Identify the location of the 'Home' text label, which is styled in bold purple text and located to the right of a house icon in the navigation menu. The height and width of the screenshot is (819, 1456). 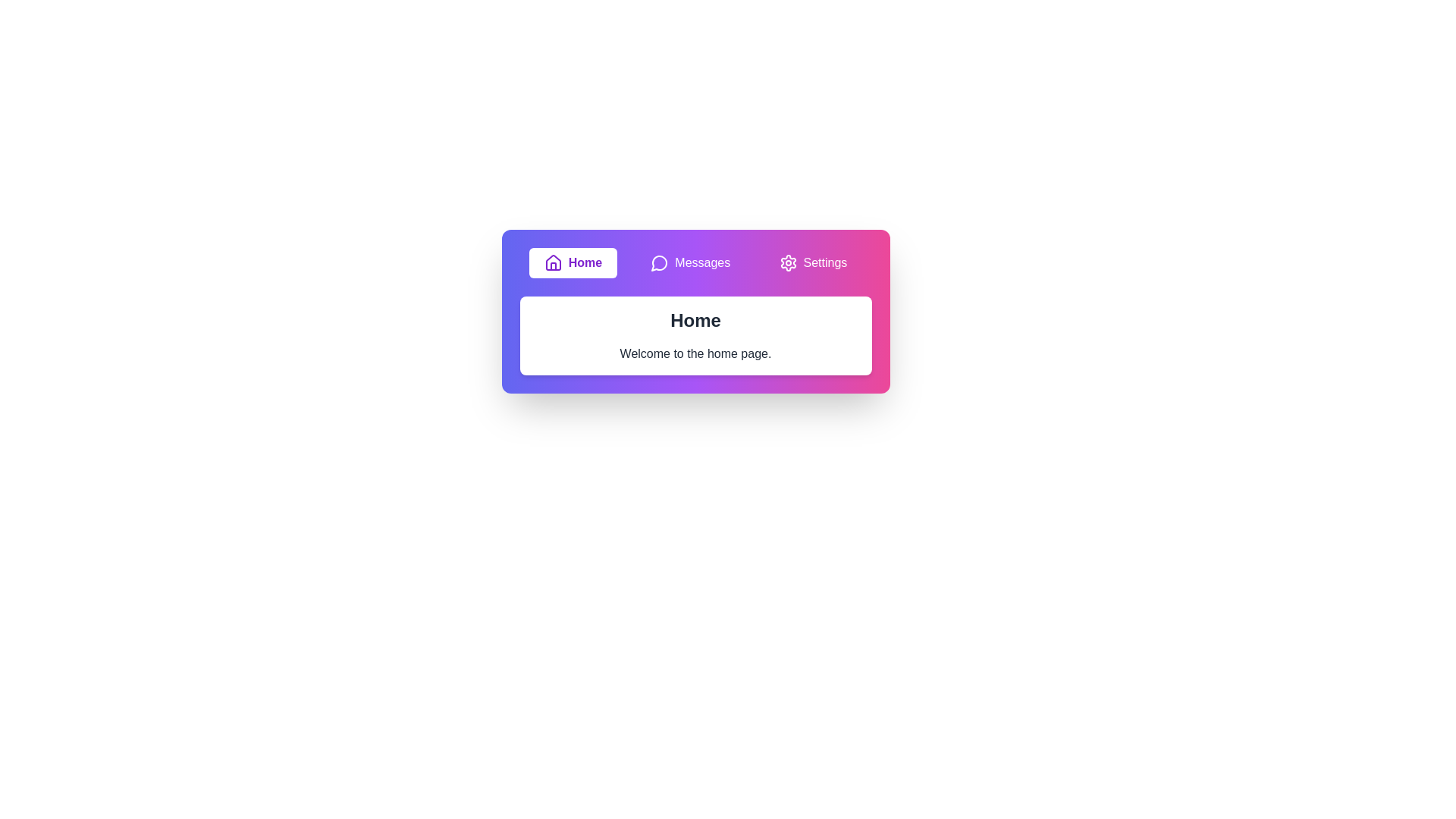
(572, 262).